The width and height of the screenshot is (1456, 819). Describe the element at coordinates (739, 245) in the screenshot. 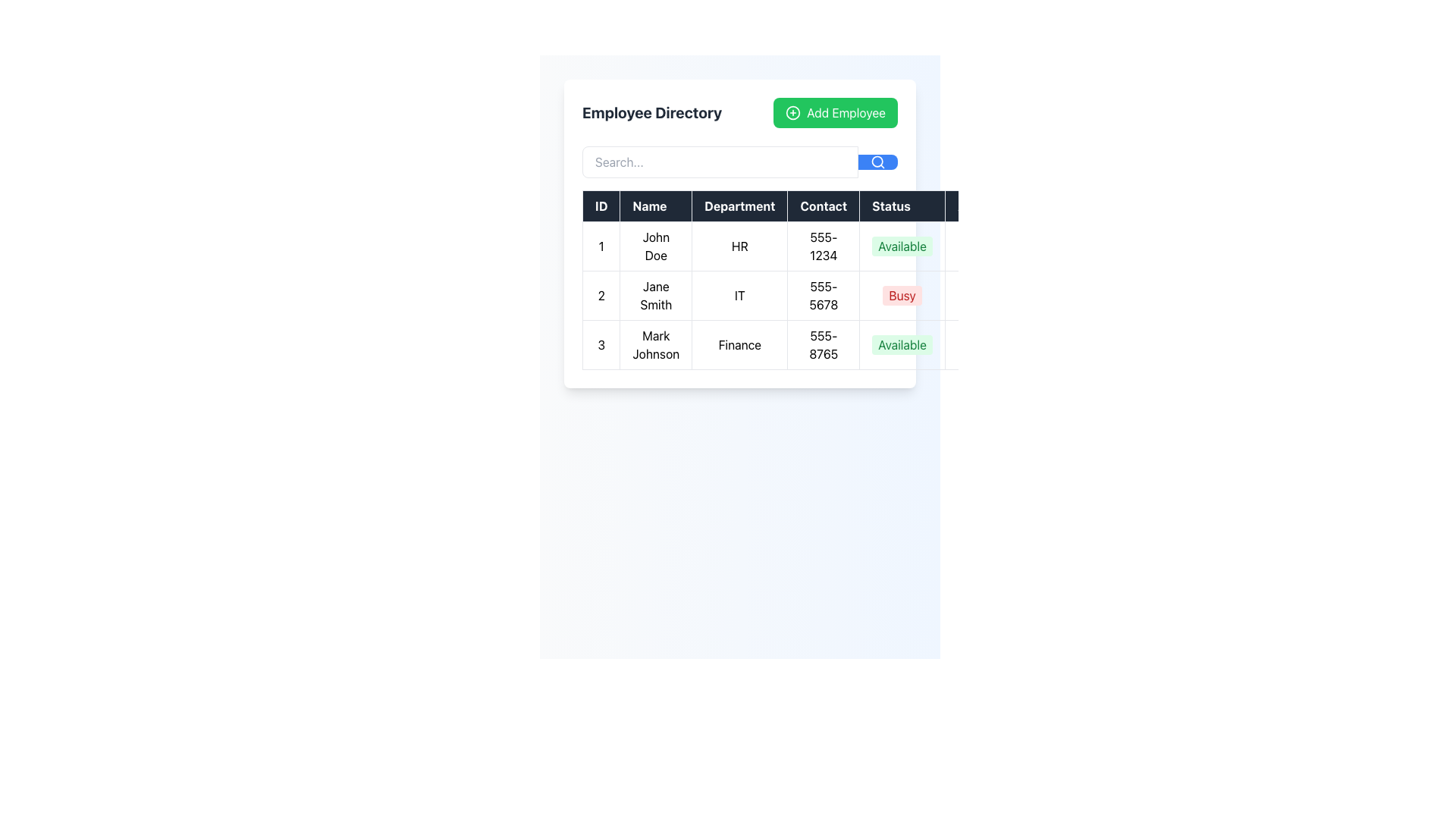

I see `the table cell displaying 'HR' located in the first row under the 'Department' column, which is the third cell following the 'Name' column` at that location.